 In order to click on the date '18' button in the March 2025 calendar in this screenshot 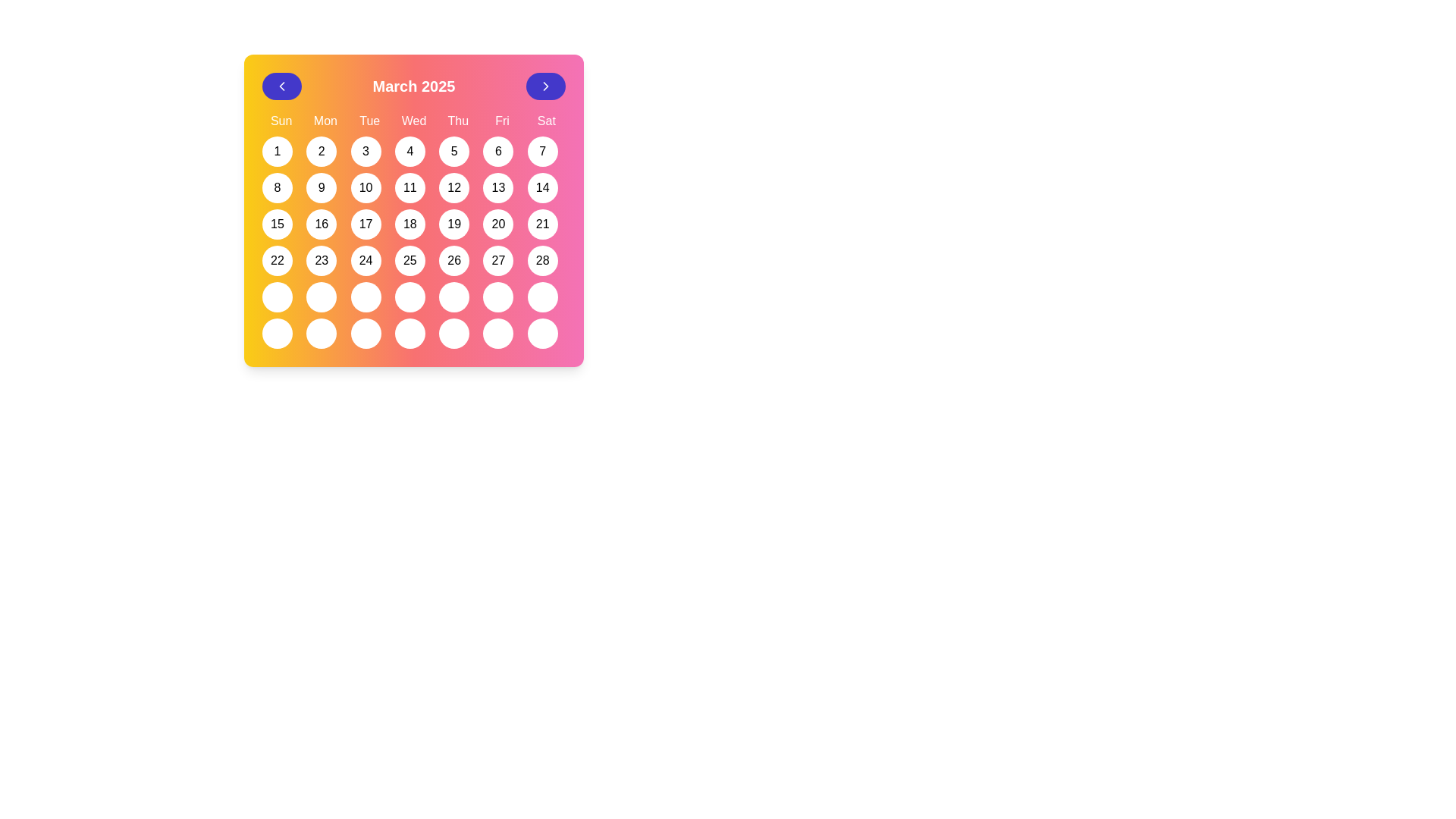, I will do `click(414, 231)`.